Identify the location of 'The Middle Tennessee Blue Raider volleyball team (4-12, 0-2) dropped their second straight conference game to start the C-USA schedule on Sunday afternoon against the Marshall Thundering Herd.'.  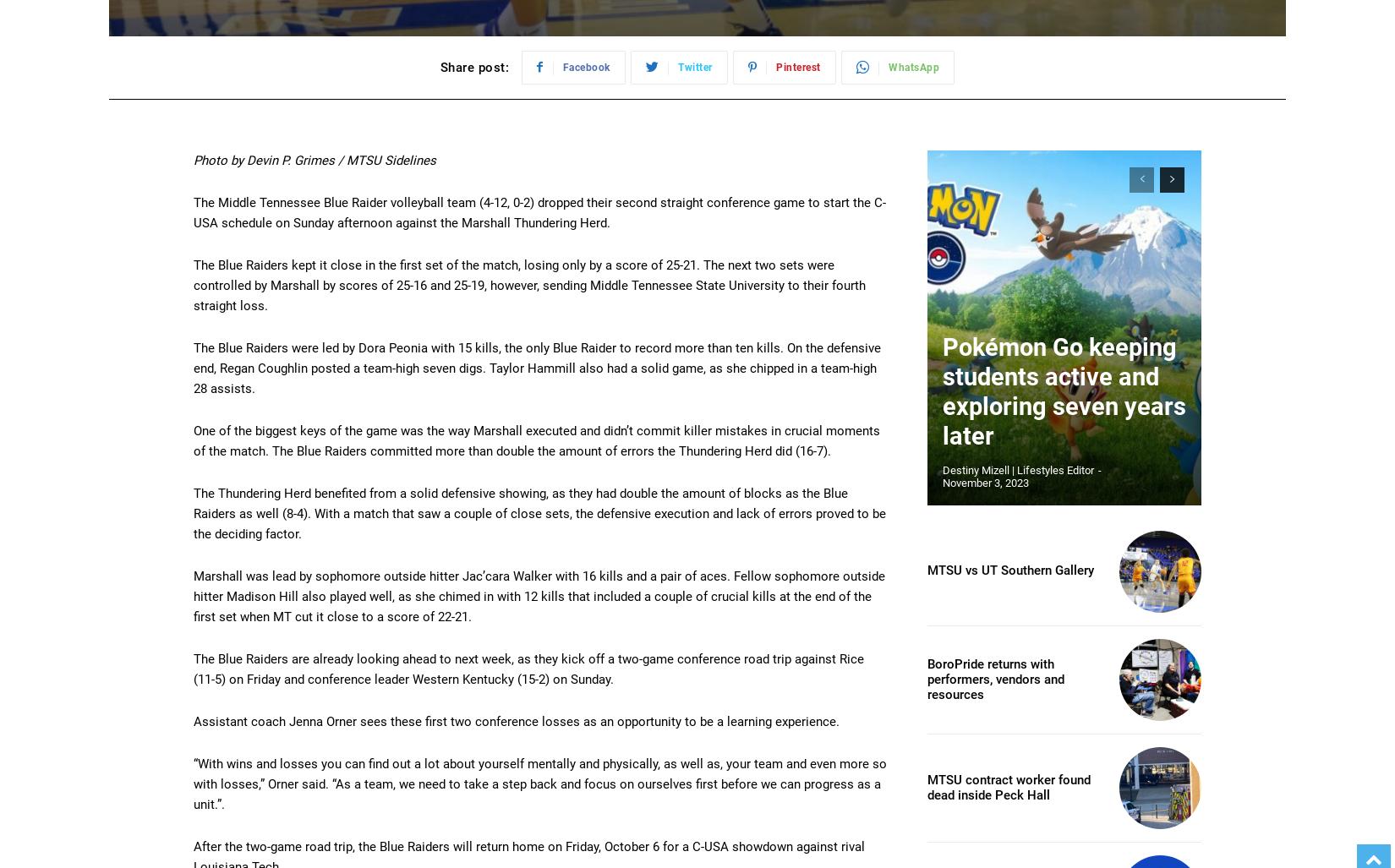
(539, 211).